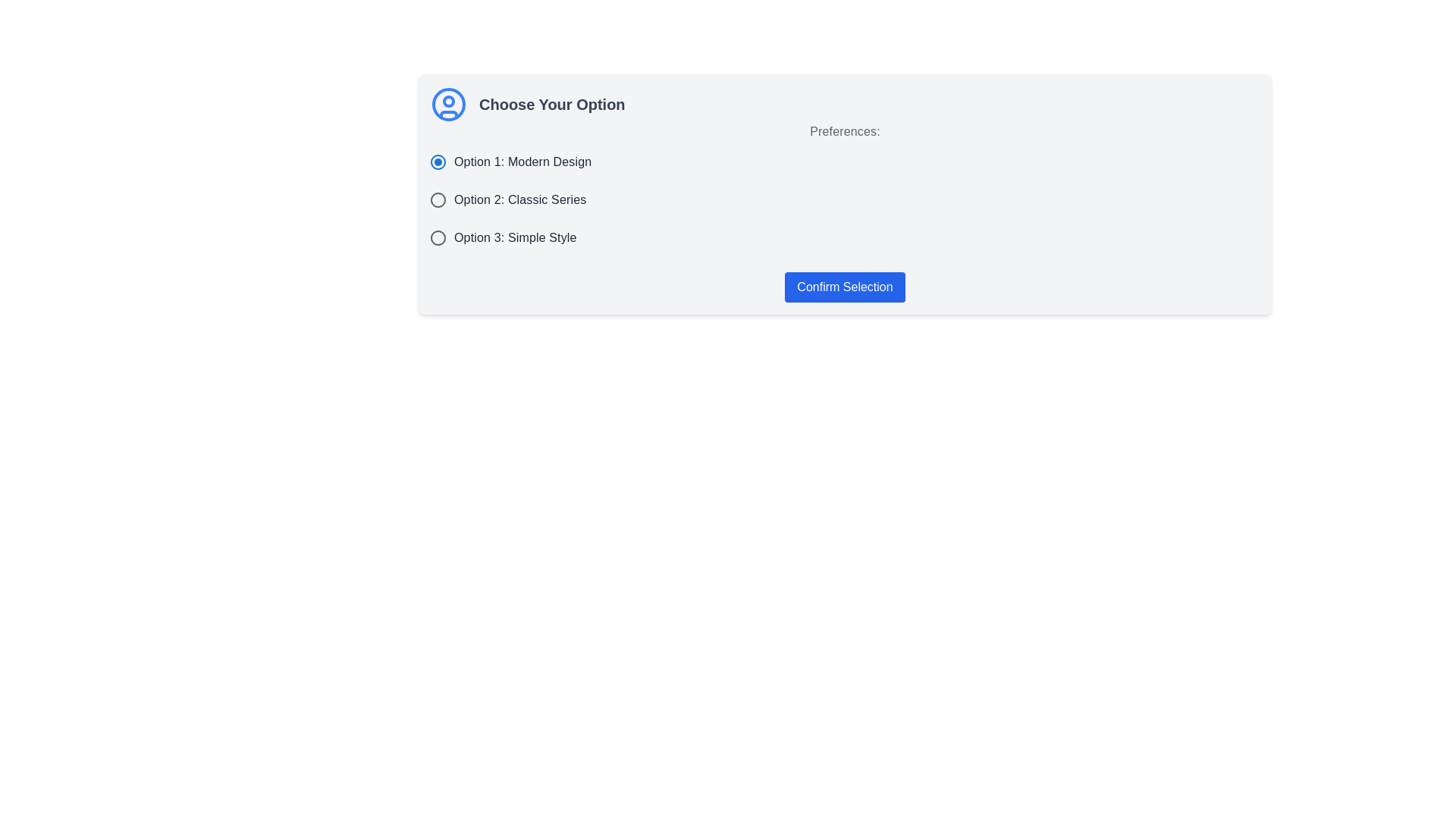 This screenshot has height=819, width=1456. Describe the element at coordinates (447, 104) in the screenshot. I see `the largest circular outline in the user icon graphic, positioned to the left of the 'Choose Your Option' text header` at that location.